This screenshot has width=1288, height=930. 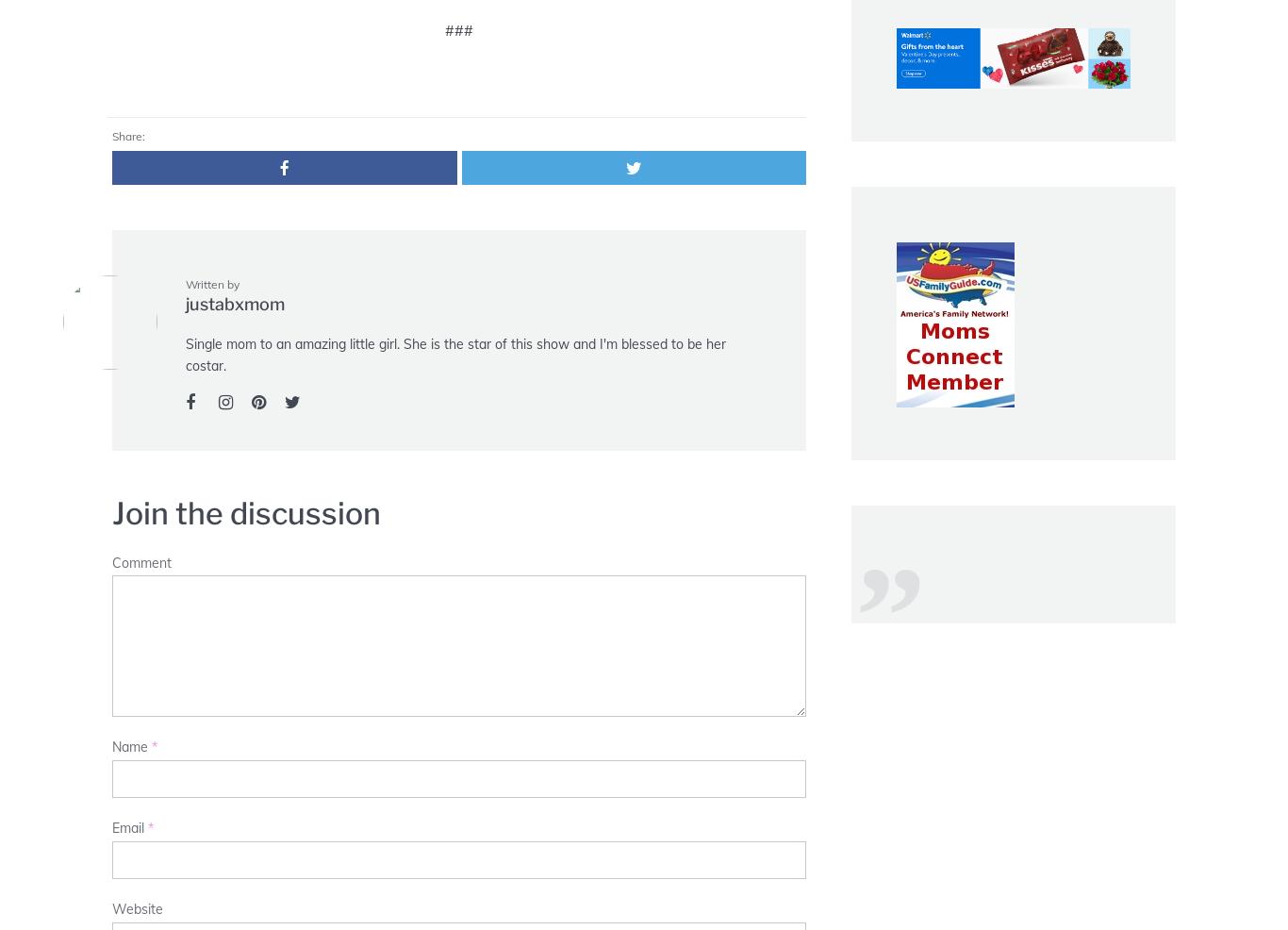 What do you see at coordinates (140, 562) in the screenshot?
I see `'Comment'` at bounding box center [140, 562].